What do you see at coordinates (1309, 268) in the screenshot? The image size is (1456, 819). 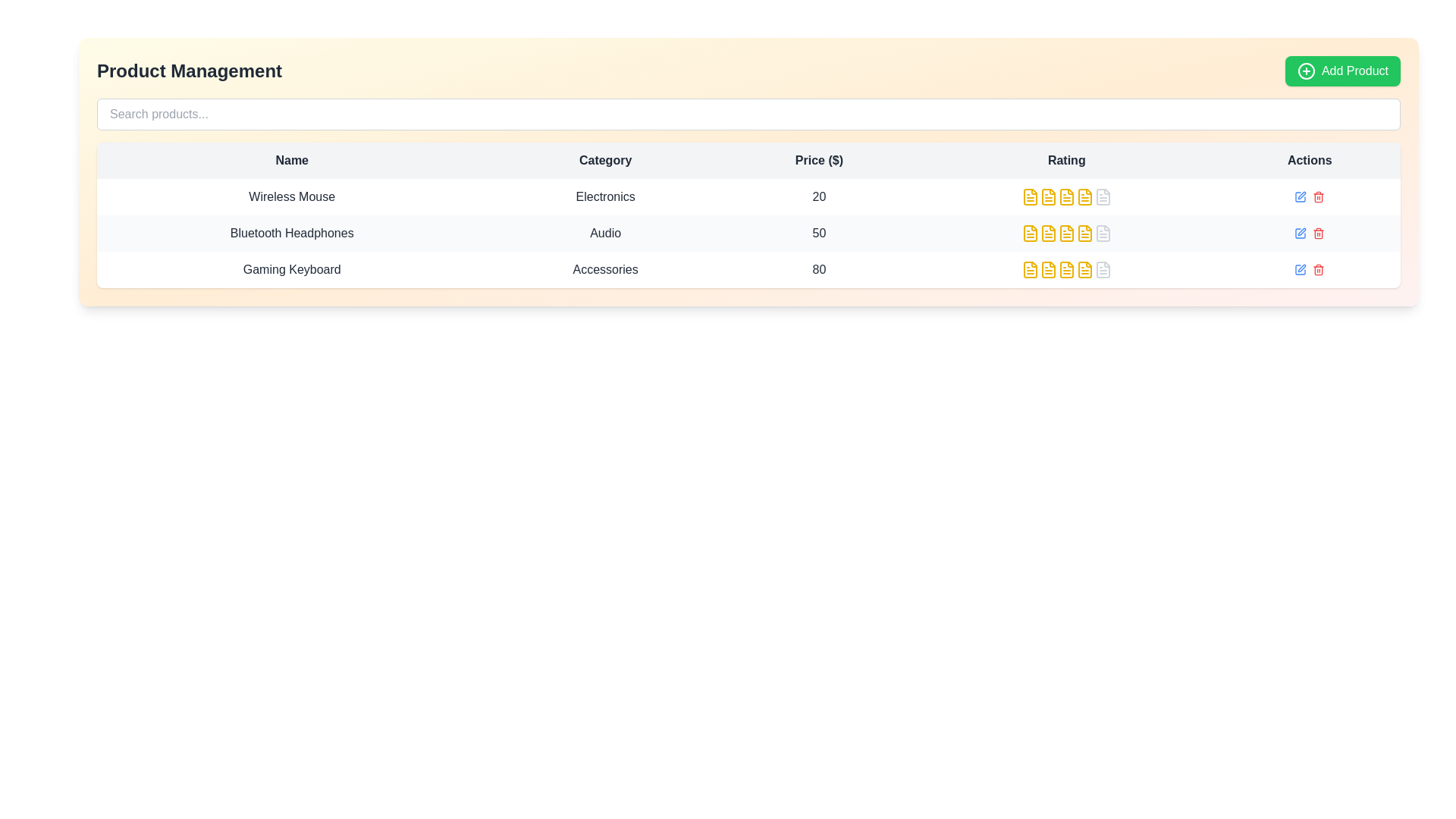 I see `the group of interactive icons in the Actions column for the 'Gaming Keyboard' entry` at bounding box center [1309, 268].